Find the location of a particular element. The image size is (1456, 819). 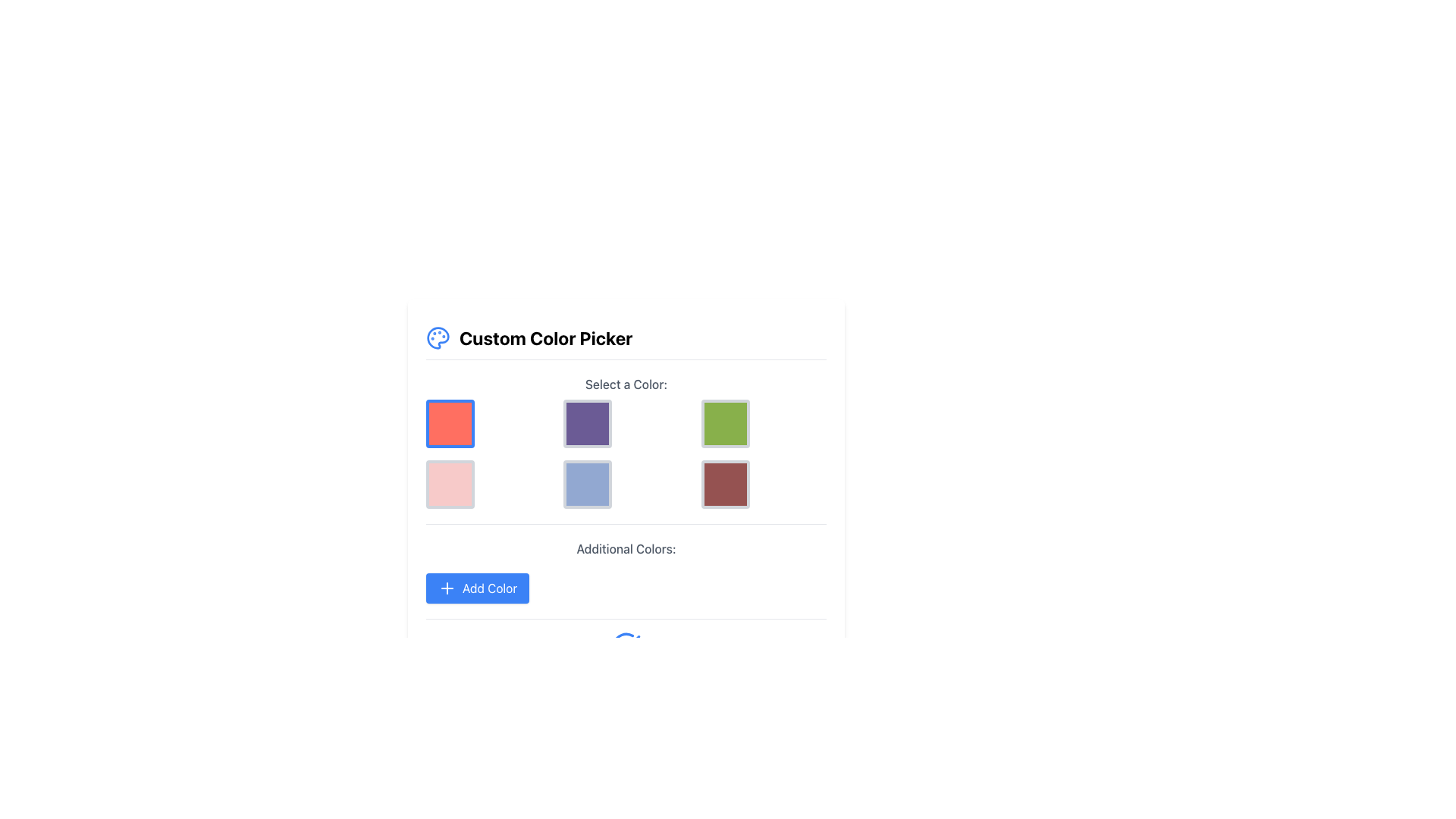

the icon representing the 'Custom Color Picker' tool located next to the header labeled 'Custom Color Picker' is located at coordinates (437, 337).